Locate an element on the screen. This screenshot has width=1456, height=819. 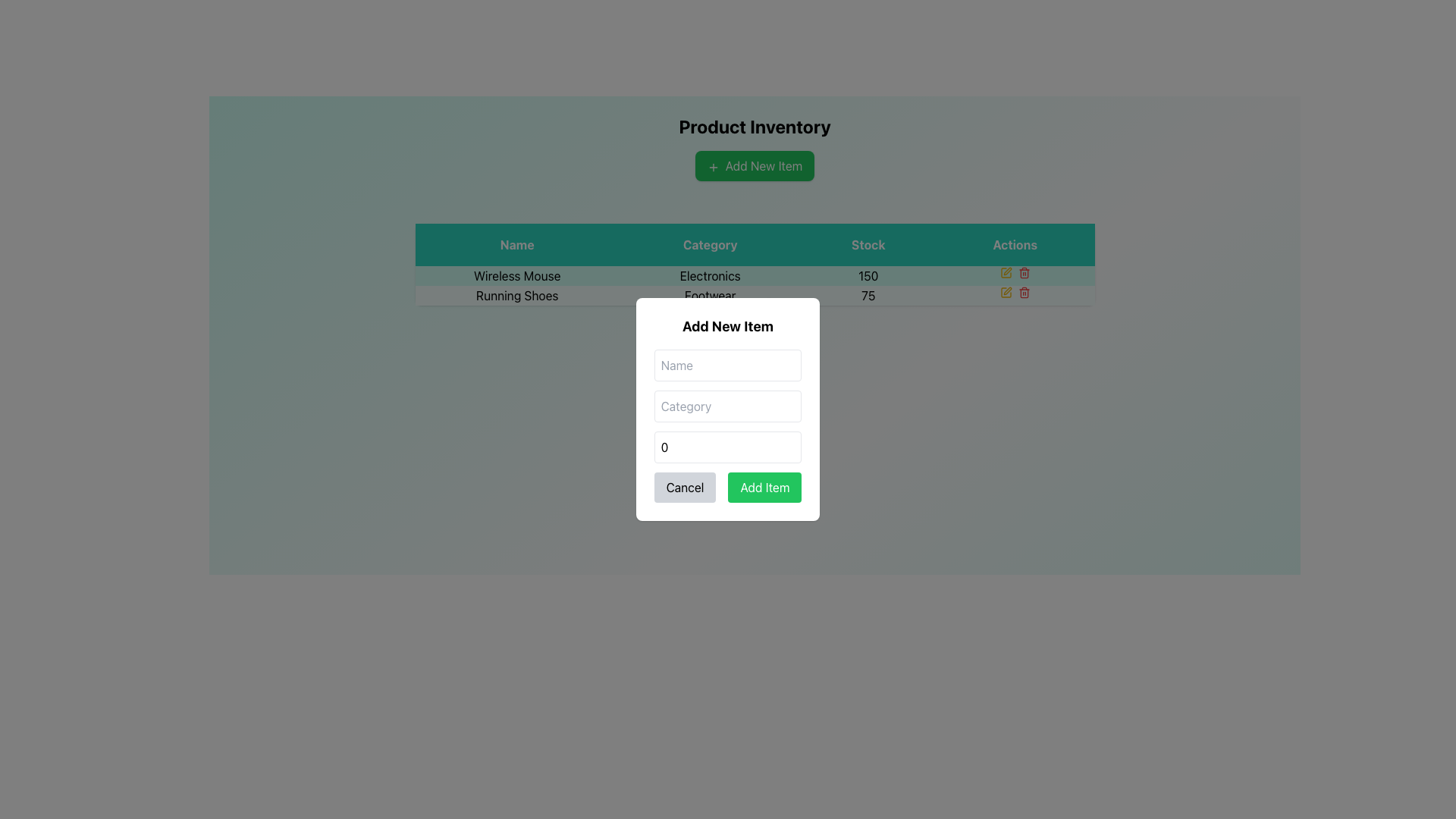
the Button with a pen icon located in the second row of the 'Actions' column in the table to initiate editing is located at coordinates (1005, 292).